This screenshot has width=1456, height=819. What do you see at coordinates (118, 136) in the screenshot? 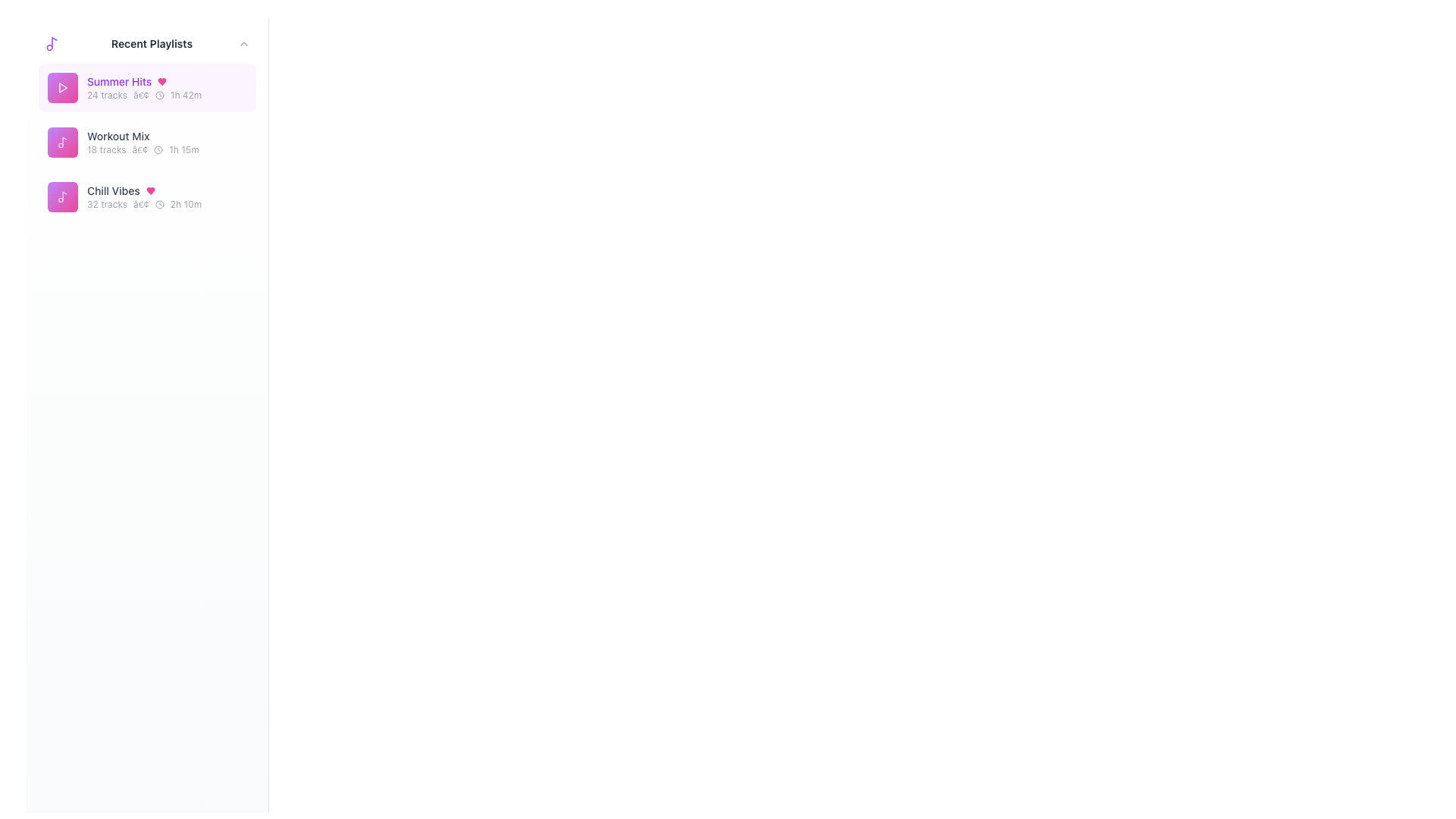
I see `text from the 'Workout Mix' label, which is the second entry in the 'Recent Playlists' section of the vertically arranged list` at bounding box center [118, 136].